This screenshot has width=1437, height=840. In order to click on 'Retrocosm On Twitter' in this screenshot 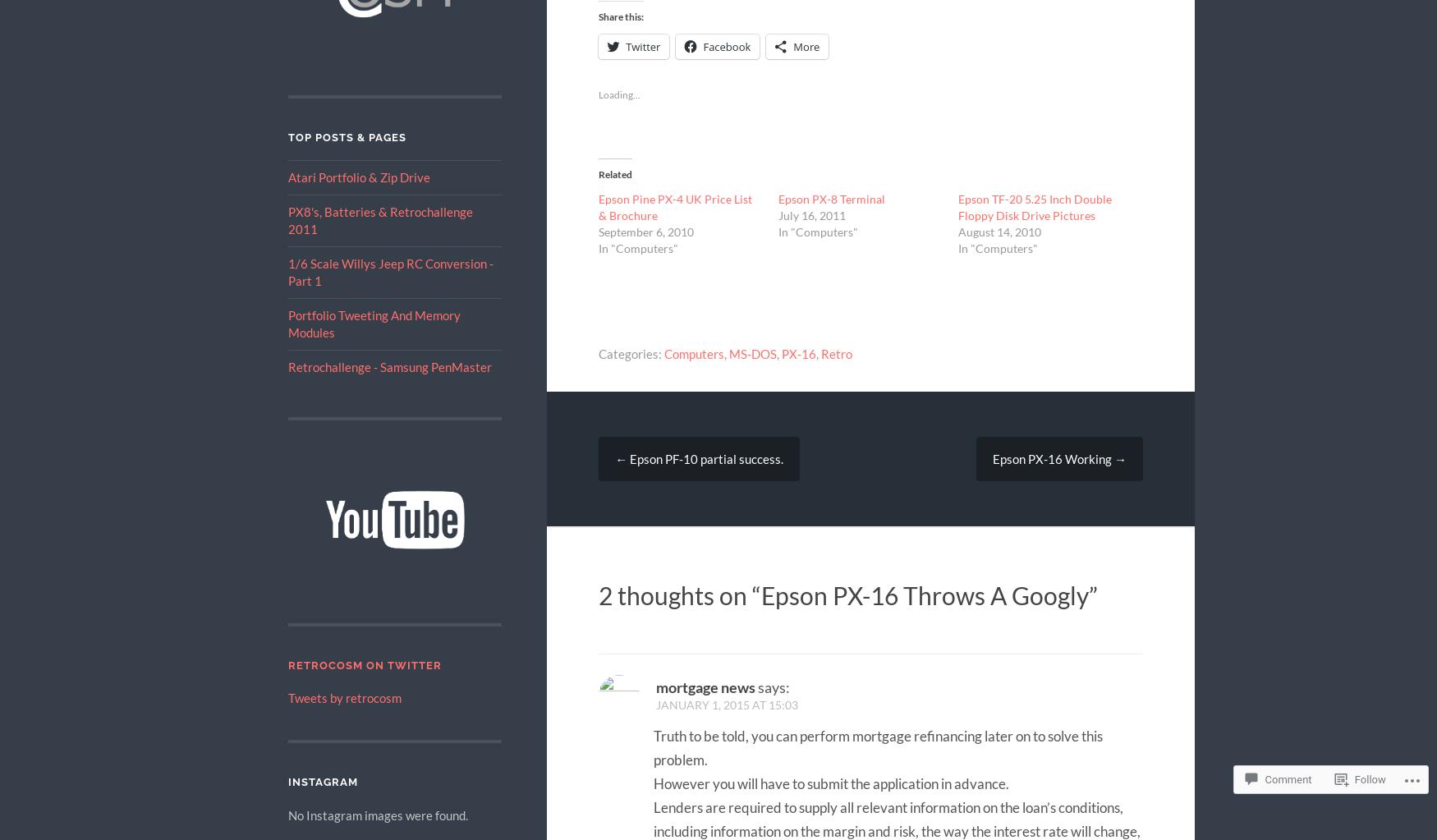, I will do `click(364, 665)`.